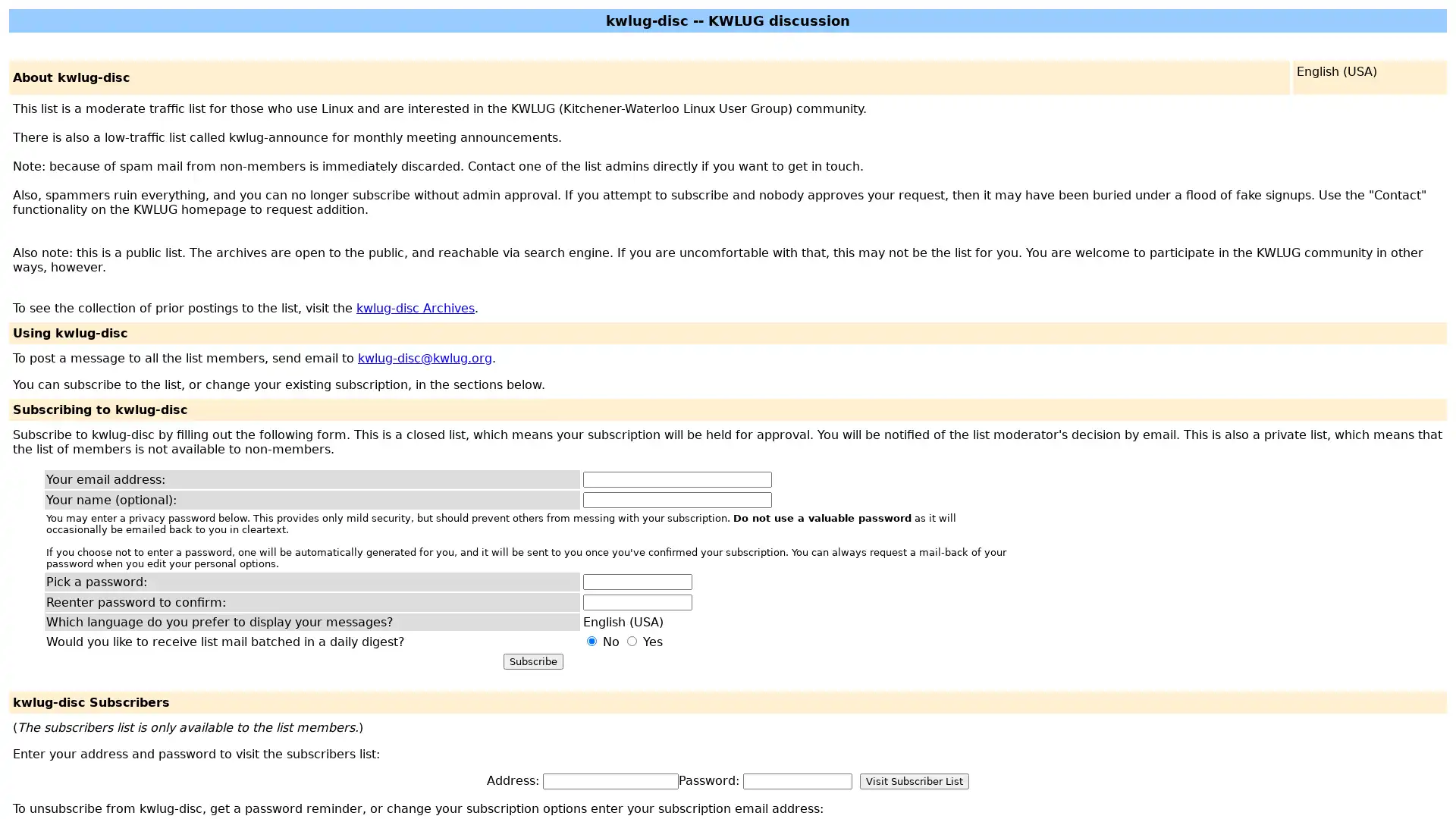  Describe the element at coordinates (913, 781) in the screenshot. I see `Visit Subscriber List` at that location.